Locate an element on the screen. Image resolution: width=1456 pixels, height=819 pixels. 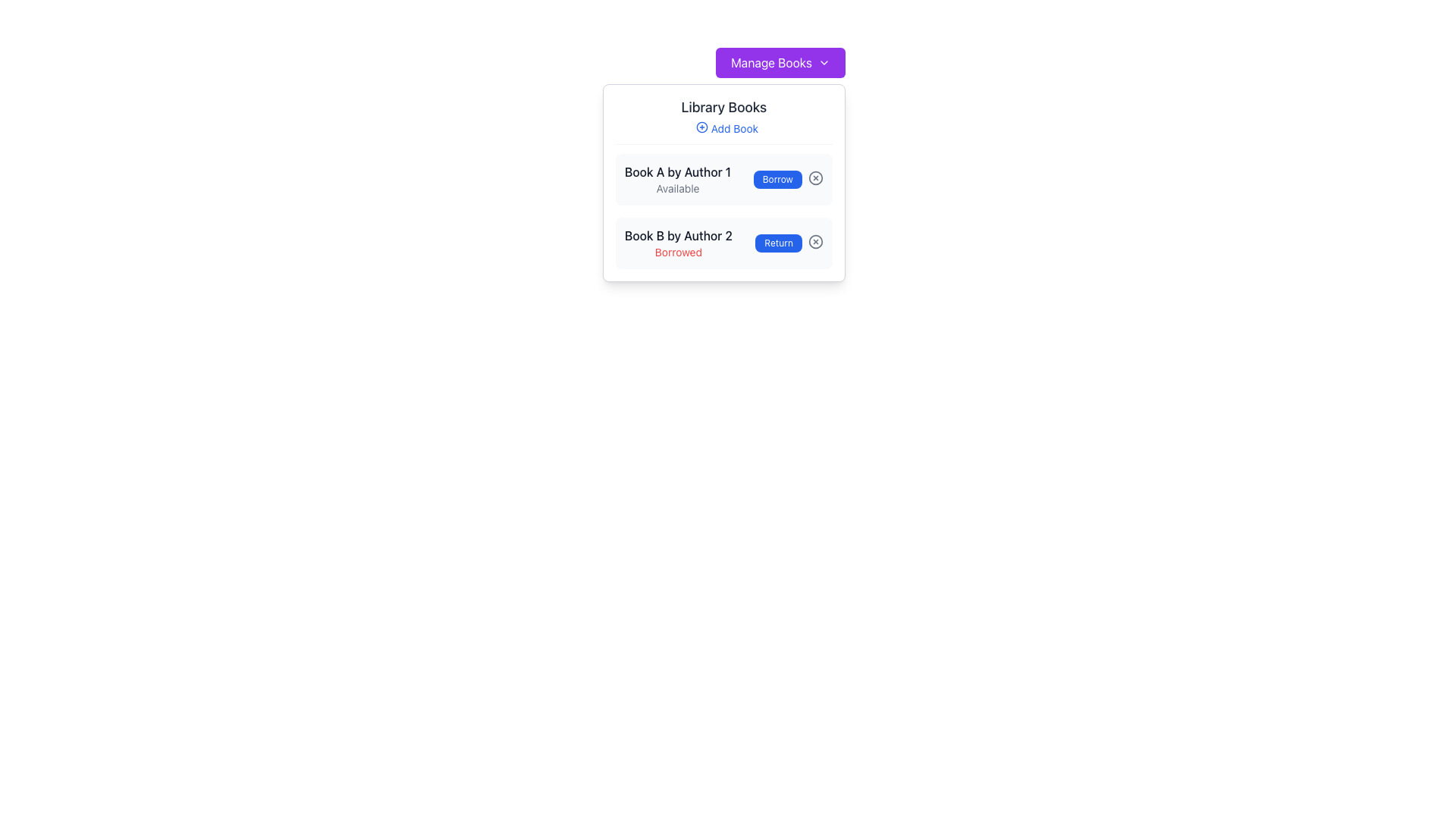
the text label reading 'Available', which is styled with a smaller gray font and located below the title 'Book A by Author 1' is located at coordinates (676, 188).